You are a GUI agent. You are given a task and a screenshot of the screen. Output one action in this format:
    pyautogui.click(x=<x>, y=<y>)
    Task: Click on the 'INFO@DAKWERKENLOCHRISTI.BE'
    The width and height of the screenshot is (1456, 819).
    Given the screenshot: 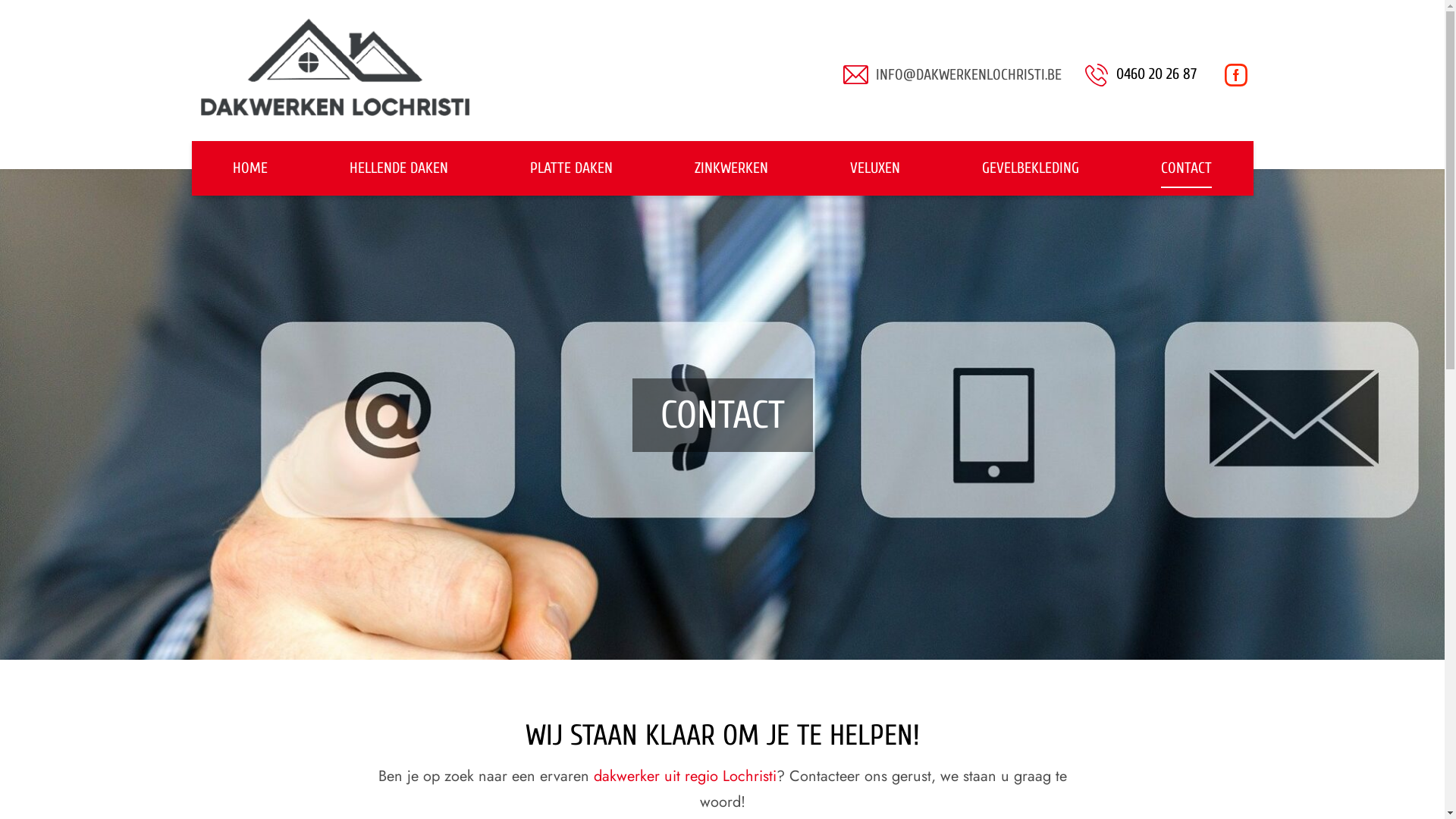 What is the action you would take?
    pyautogui.click(x=967, y=75)
    